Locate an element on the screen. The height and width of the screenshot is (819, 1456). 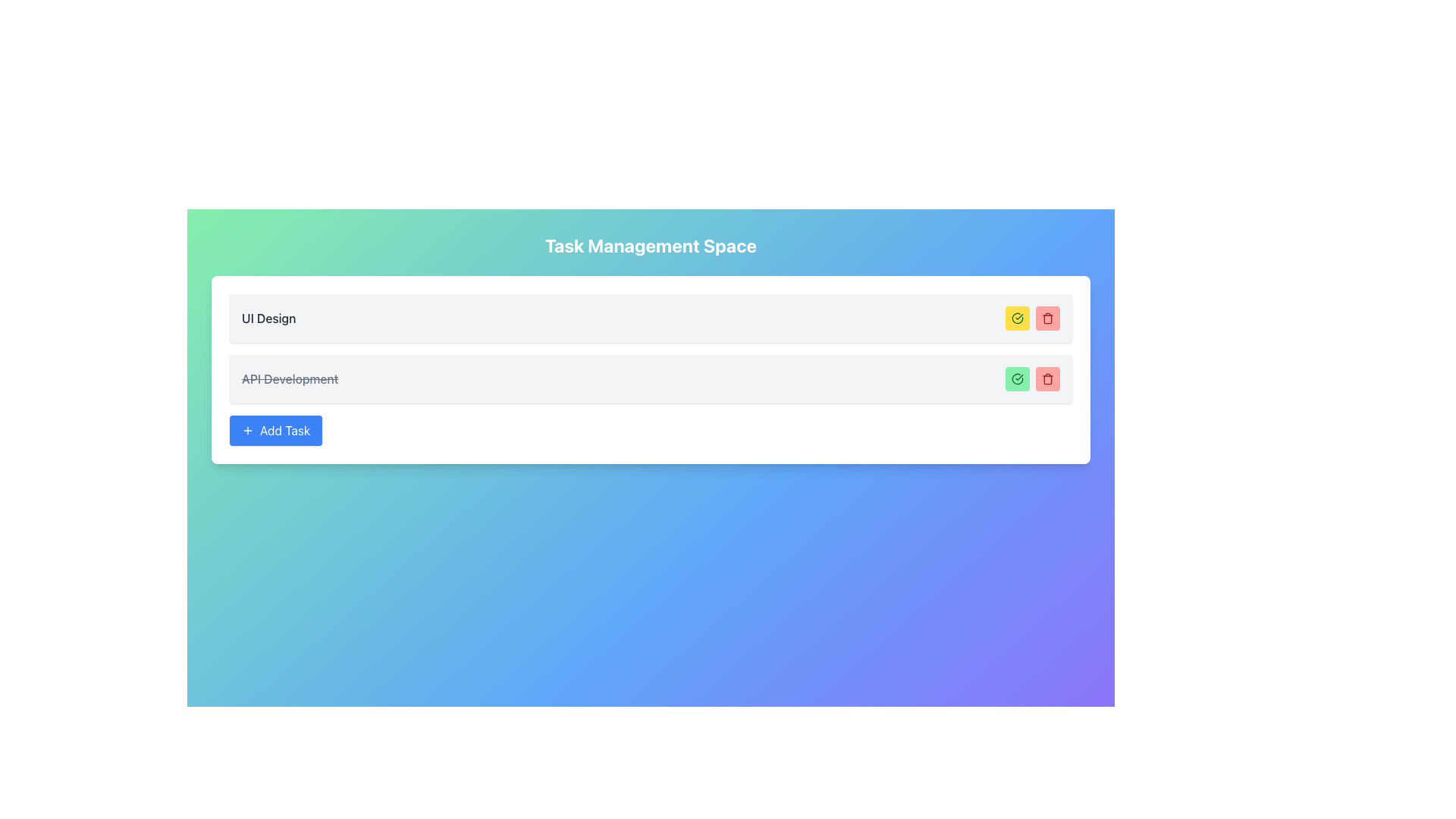
the completion icon next to the 'UI Design' text entry to indicate that the task is completed is located at coordinates (1018, 318).